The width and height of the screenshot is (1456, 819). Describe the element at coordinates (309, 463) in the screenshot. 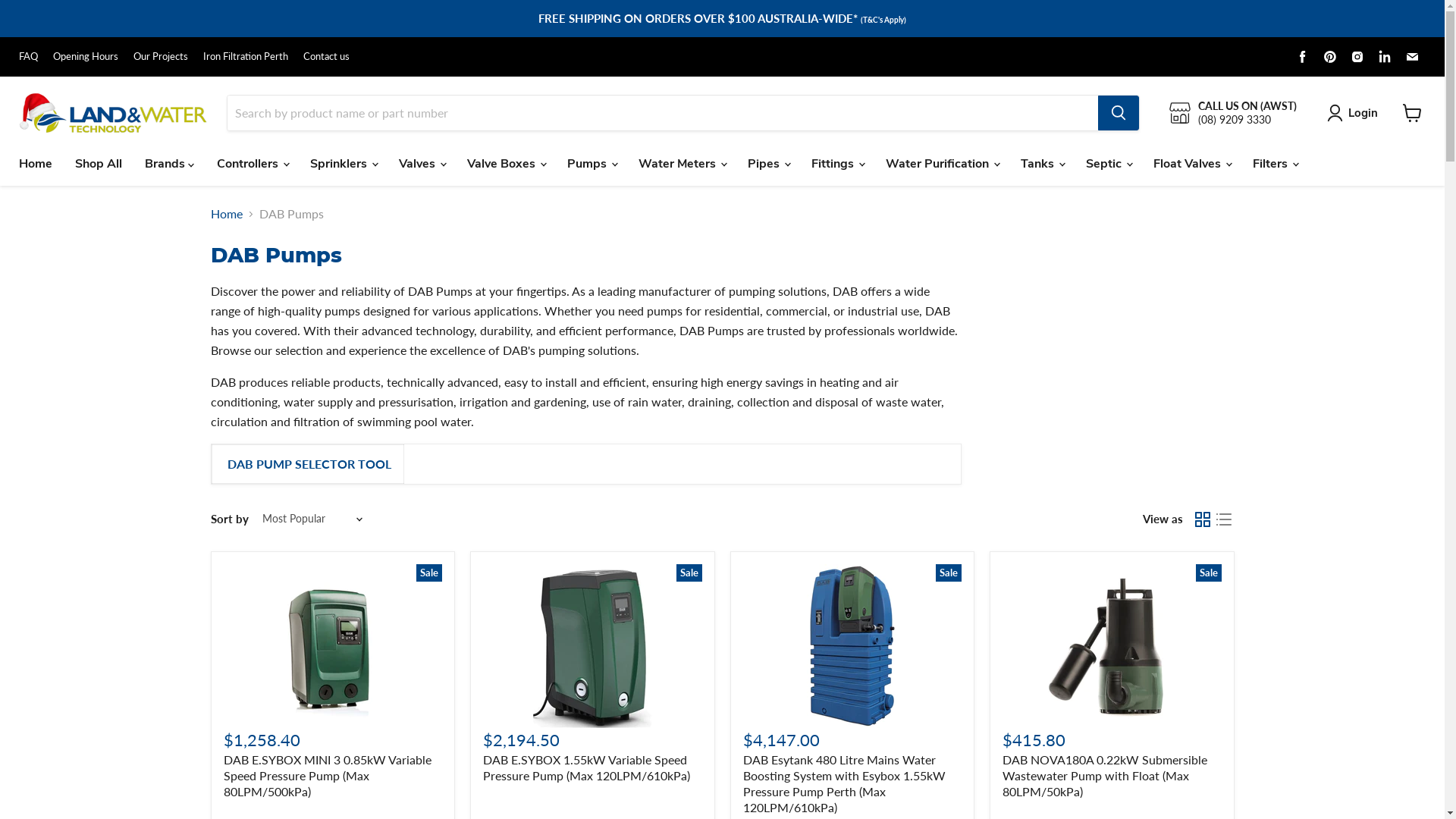

I see `'DAB PUMP SELECTOR TOOL'` at that location.